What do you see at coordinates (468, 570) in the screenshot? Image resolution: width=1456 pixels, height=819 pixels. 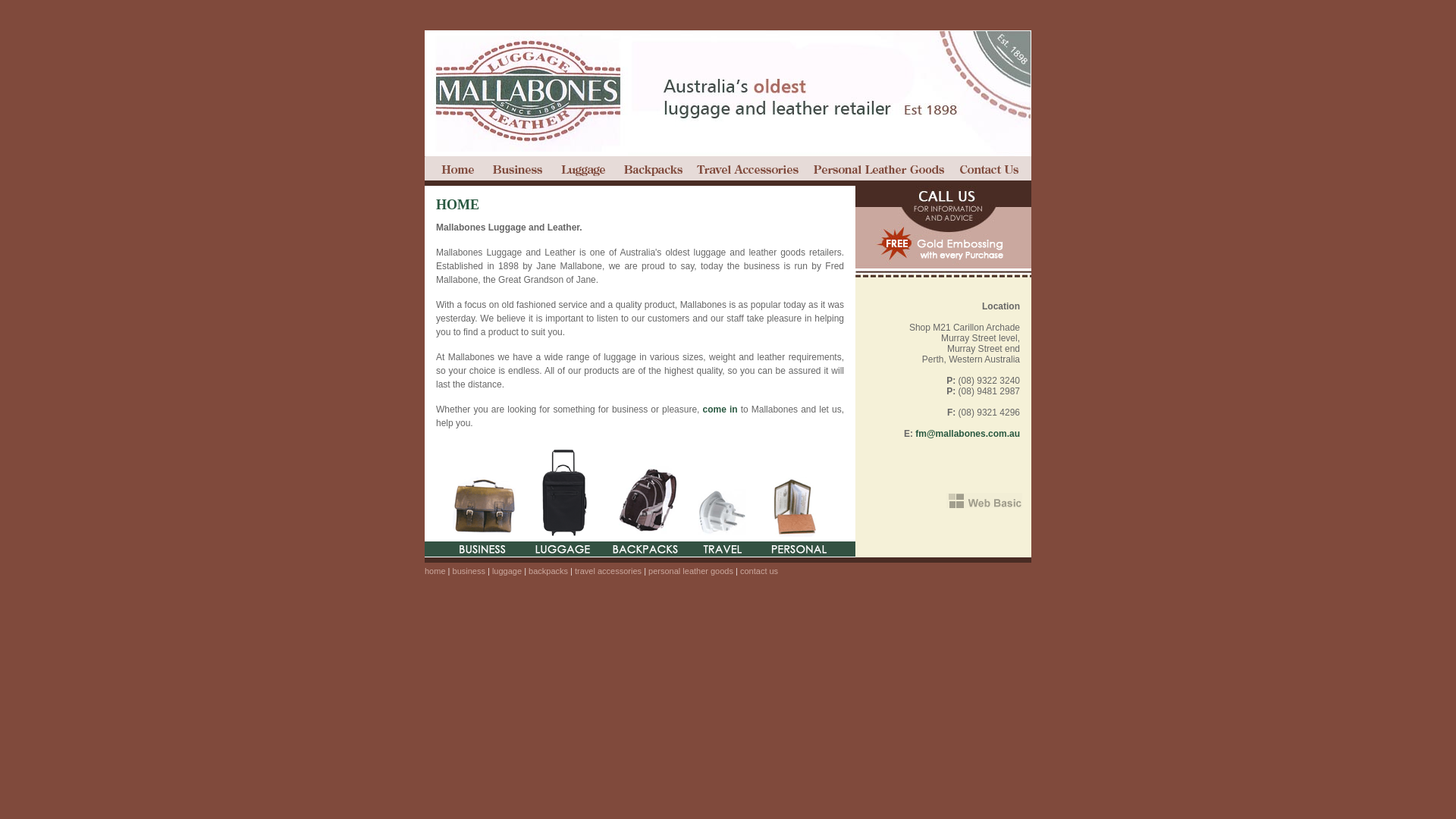 I see `'business'` at bounding box center [468, 570].